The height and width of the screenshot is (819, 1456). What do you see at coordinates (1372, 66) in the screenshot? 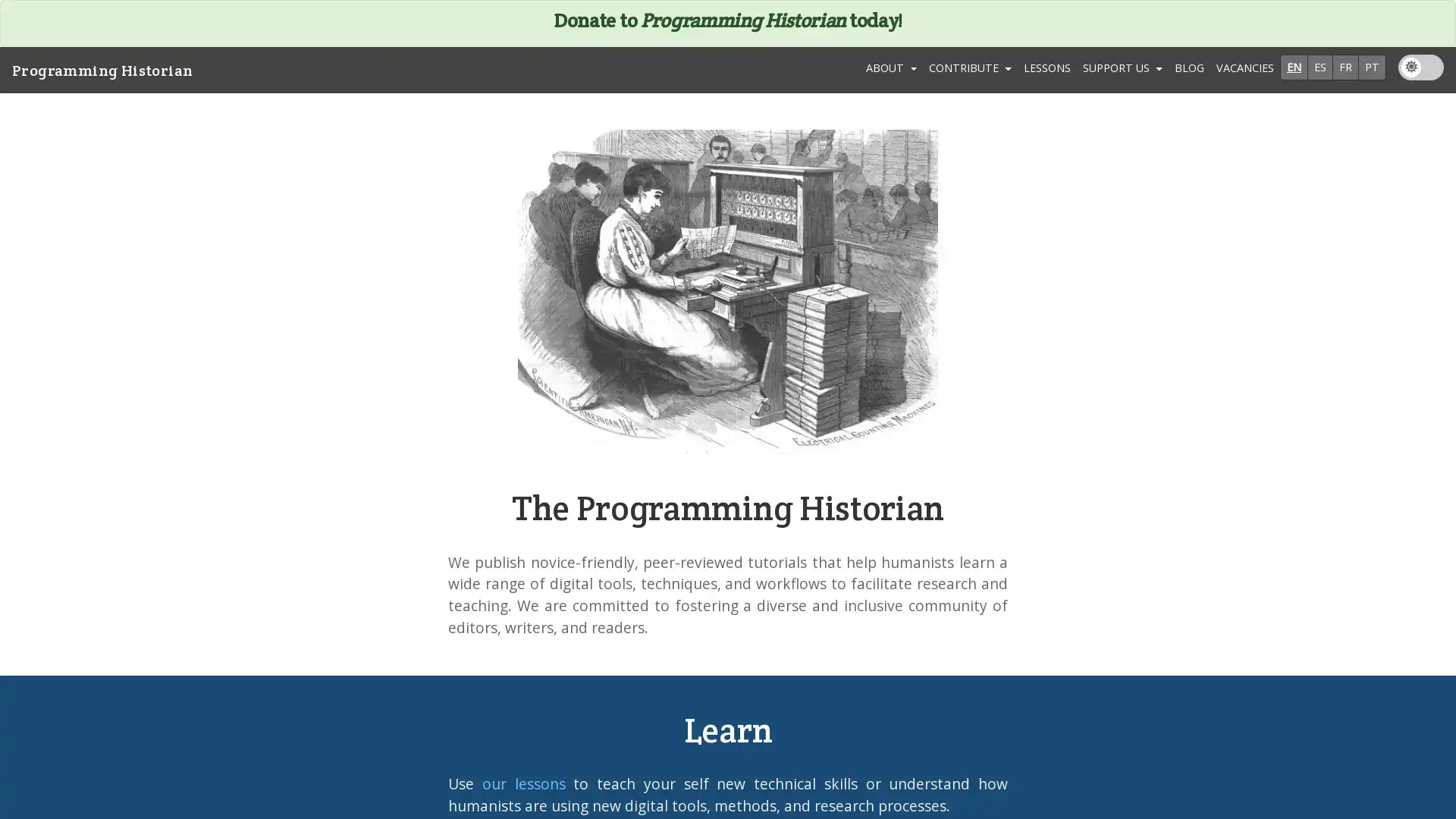
I see `PT` at bounding box center [1372, 66].